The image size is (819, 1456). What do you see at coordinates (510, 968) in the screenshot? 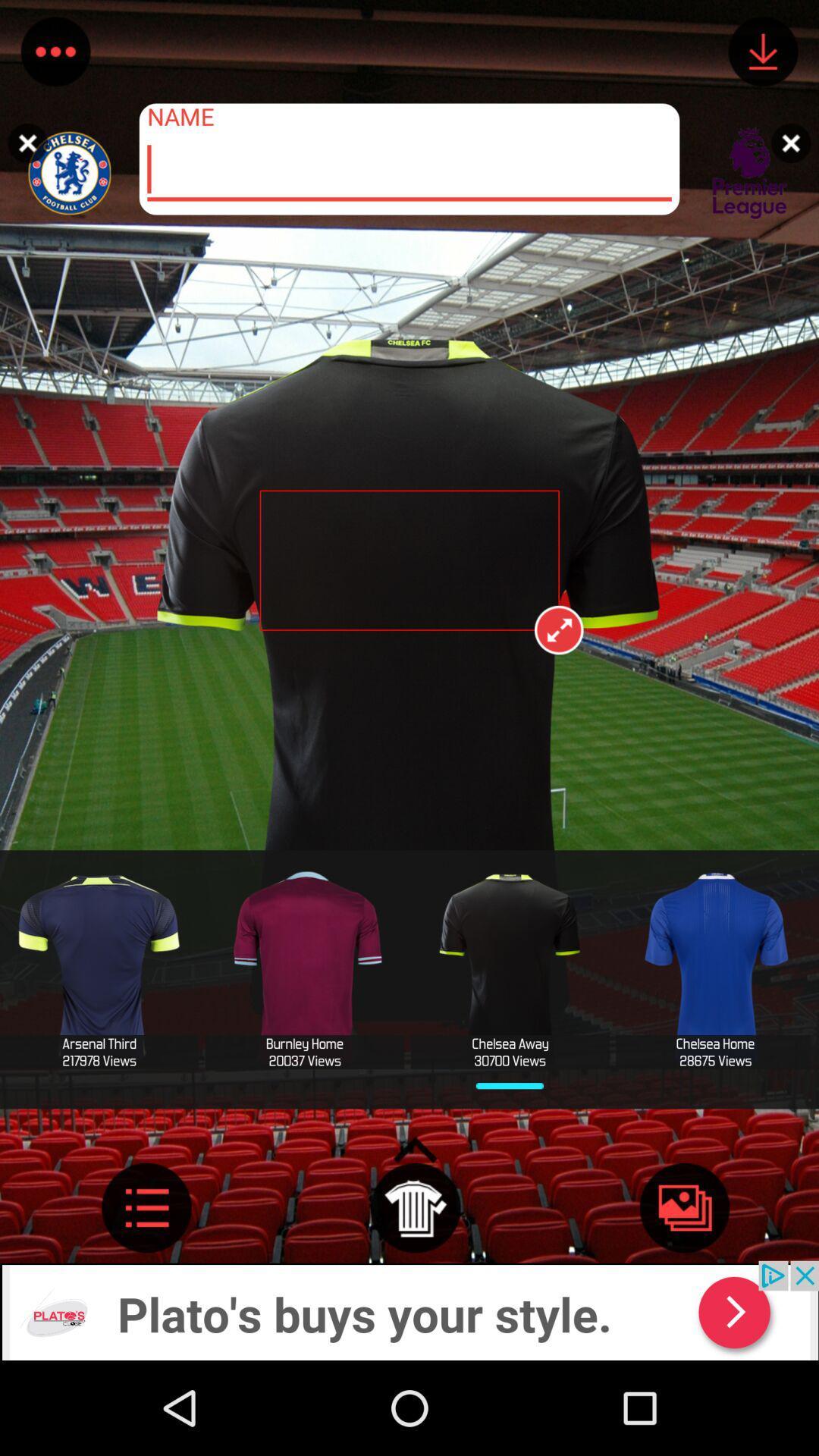
I see `option left to blue tshirt` at bounding box center [510, 968].